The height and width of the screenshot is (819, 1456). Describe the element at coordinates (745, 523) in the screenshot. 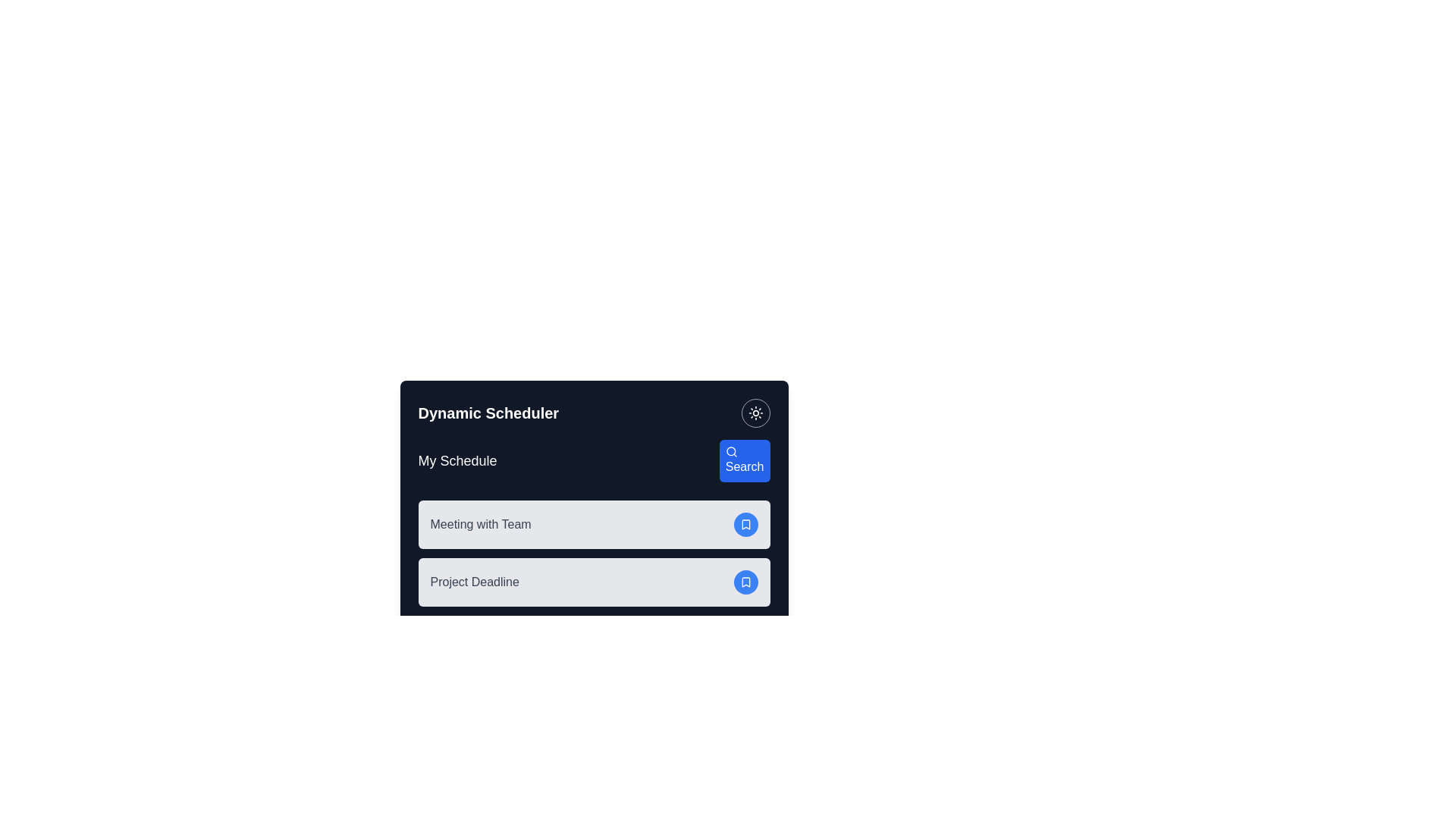

I see `the button located to the right of the text 'Meeting with Team' in the first entry of the list of schedule items under the 'My Schedule' section to trigger visual changes` at that location.